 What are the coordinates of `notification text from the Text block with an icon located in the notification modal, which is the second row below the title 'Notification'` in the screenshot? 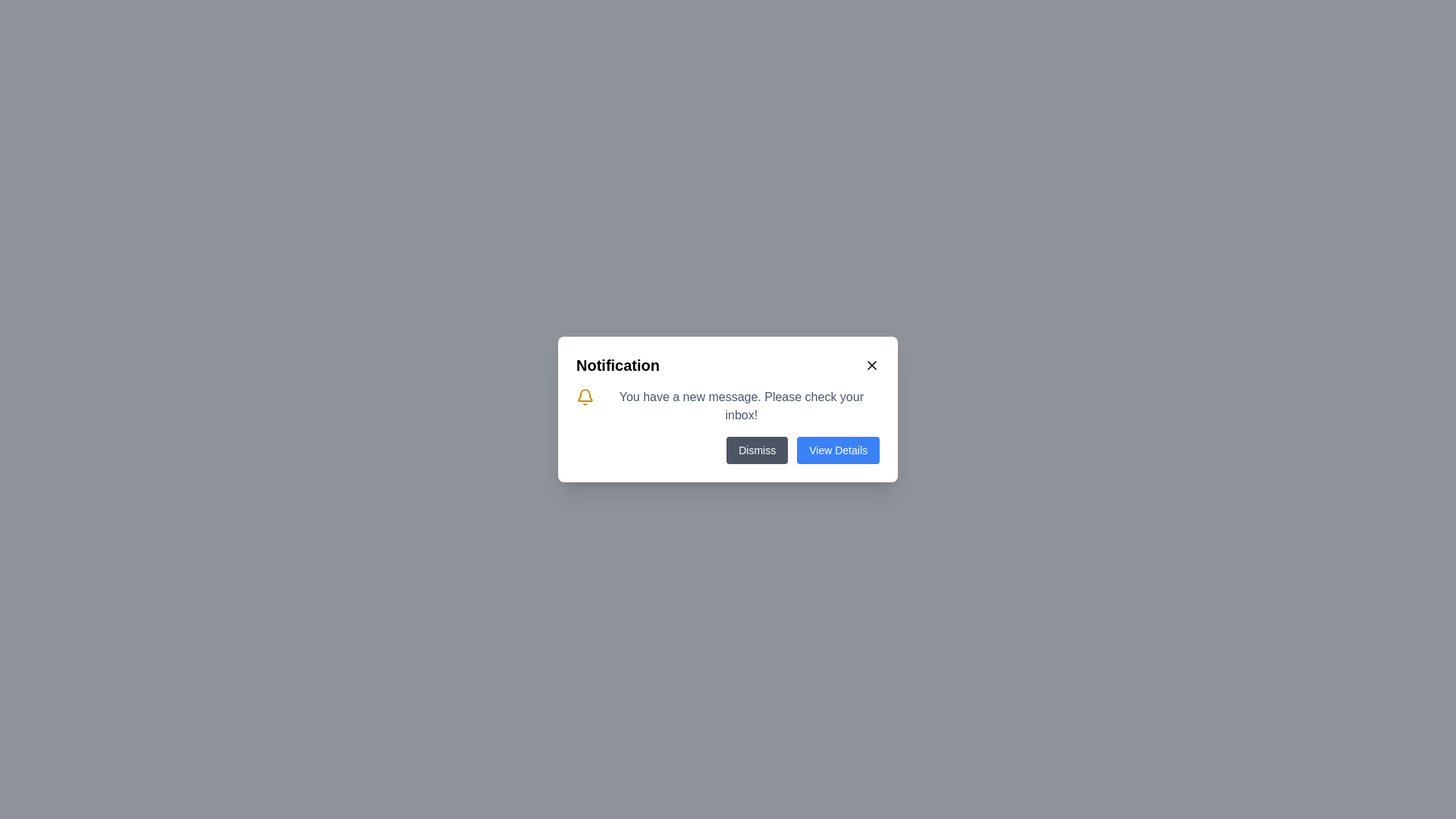 It's located at (728, 406).